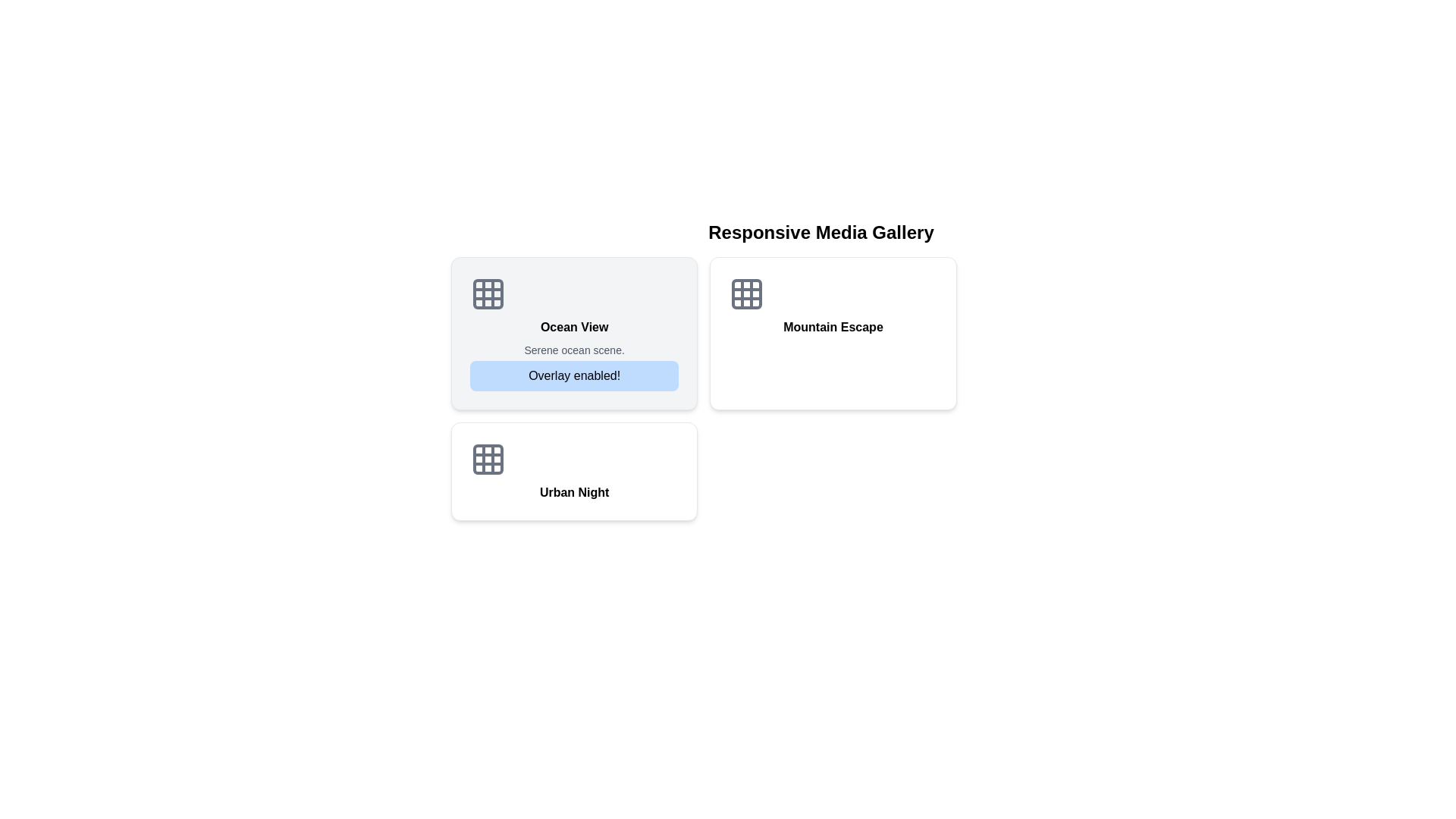 This screenshot has height=819, width=1456. What do you see at coordinates (573, 470) in the screenshot?
I see `the informational card displaying details about 'Urban Night', located in the lower-left section of the grid layout` at bounding box center [573, 470].